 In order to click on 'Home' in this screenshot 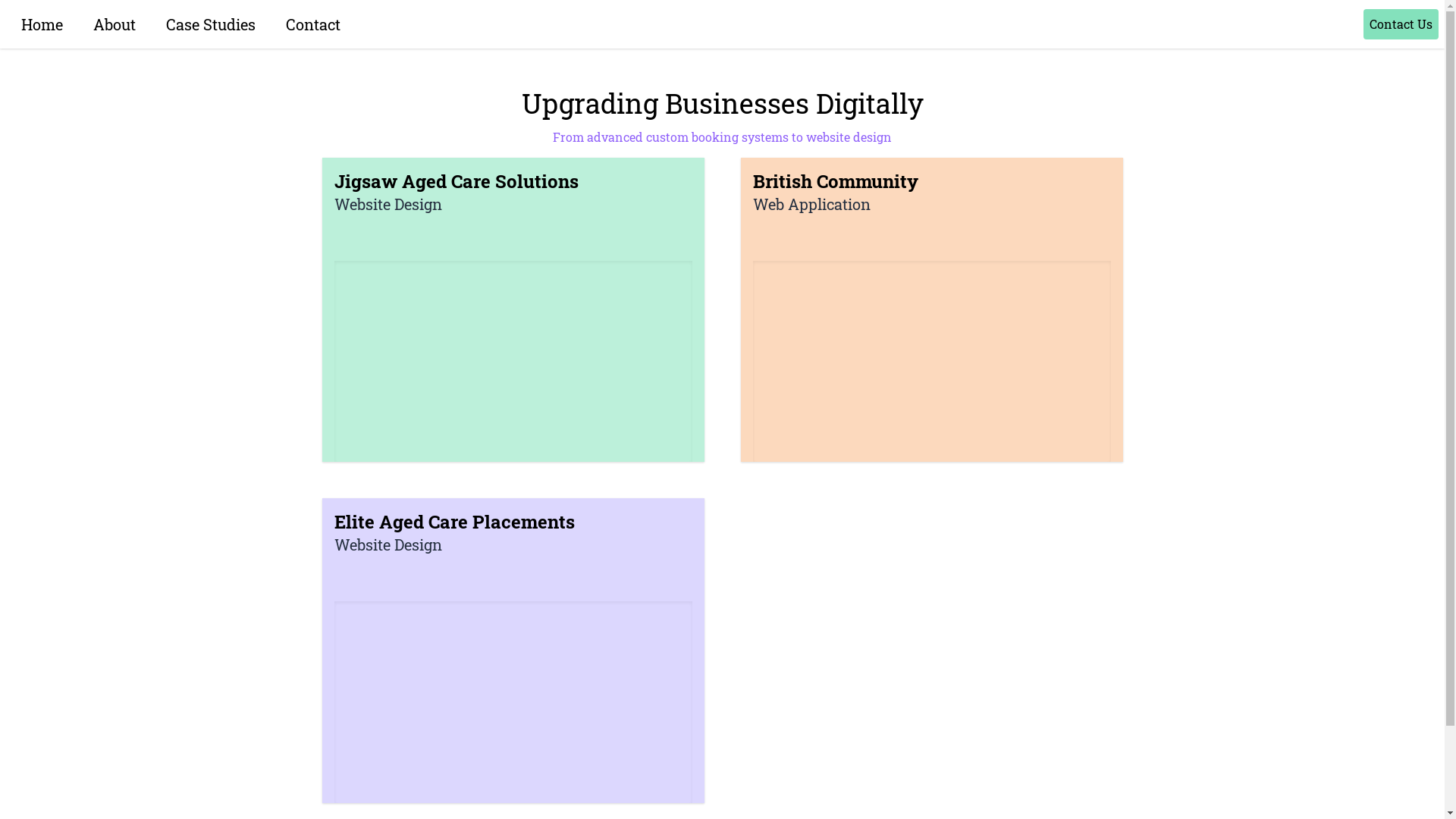, I will do `click(42, 24)`.